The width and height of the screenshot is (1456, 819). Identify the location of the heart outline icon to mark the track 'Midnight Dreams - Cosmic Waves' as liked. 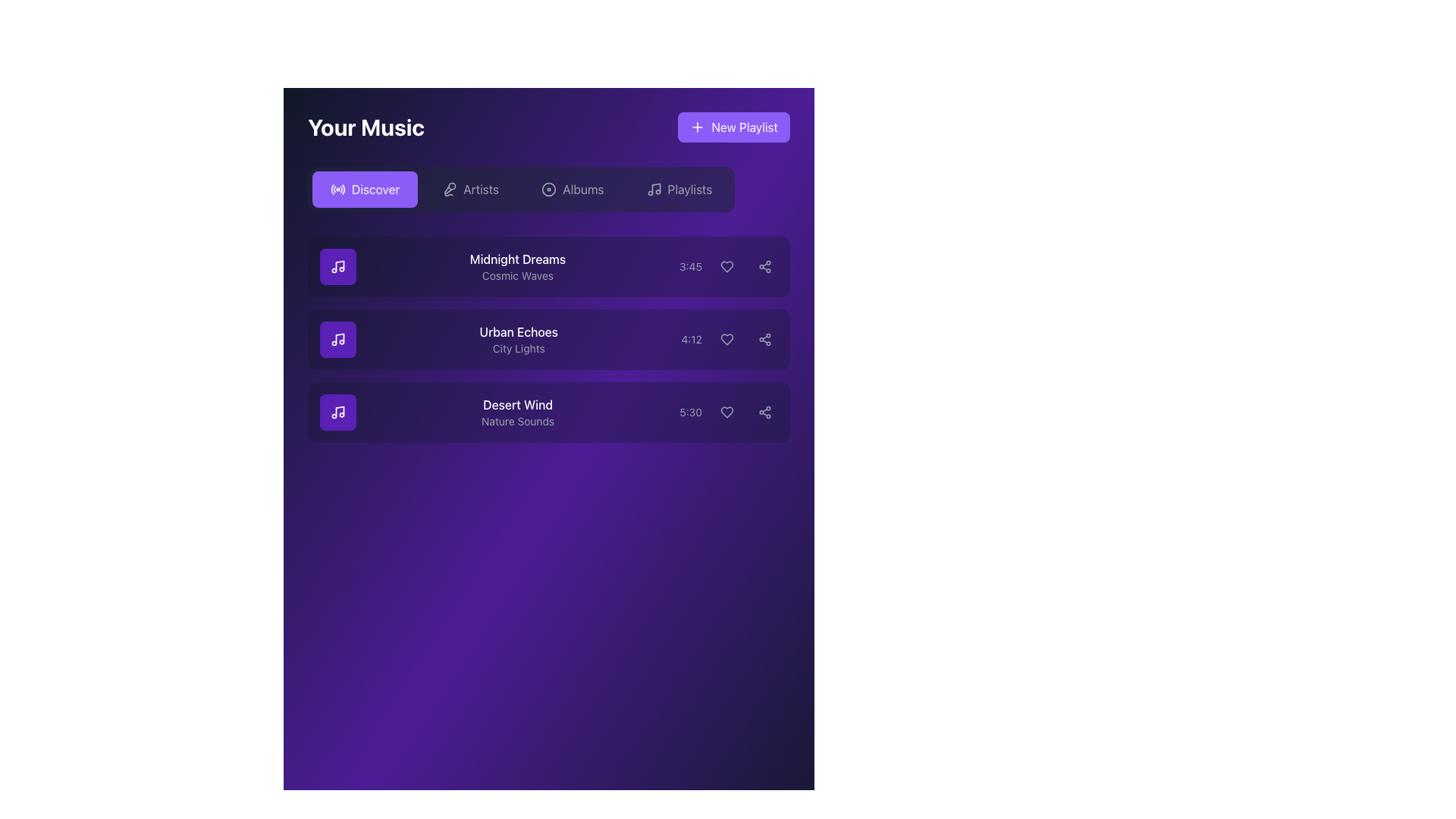
(726, 265).